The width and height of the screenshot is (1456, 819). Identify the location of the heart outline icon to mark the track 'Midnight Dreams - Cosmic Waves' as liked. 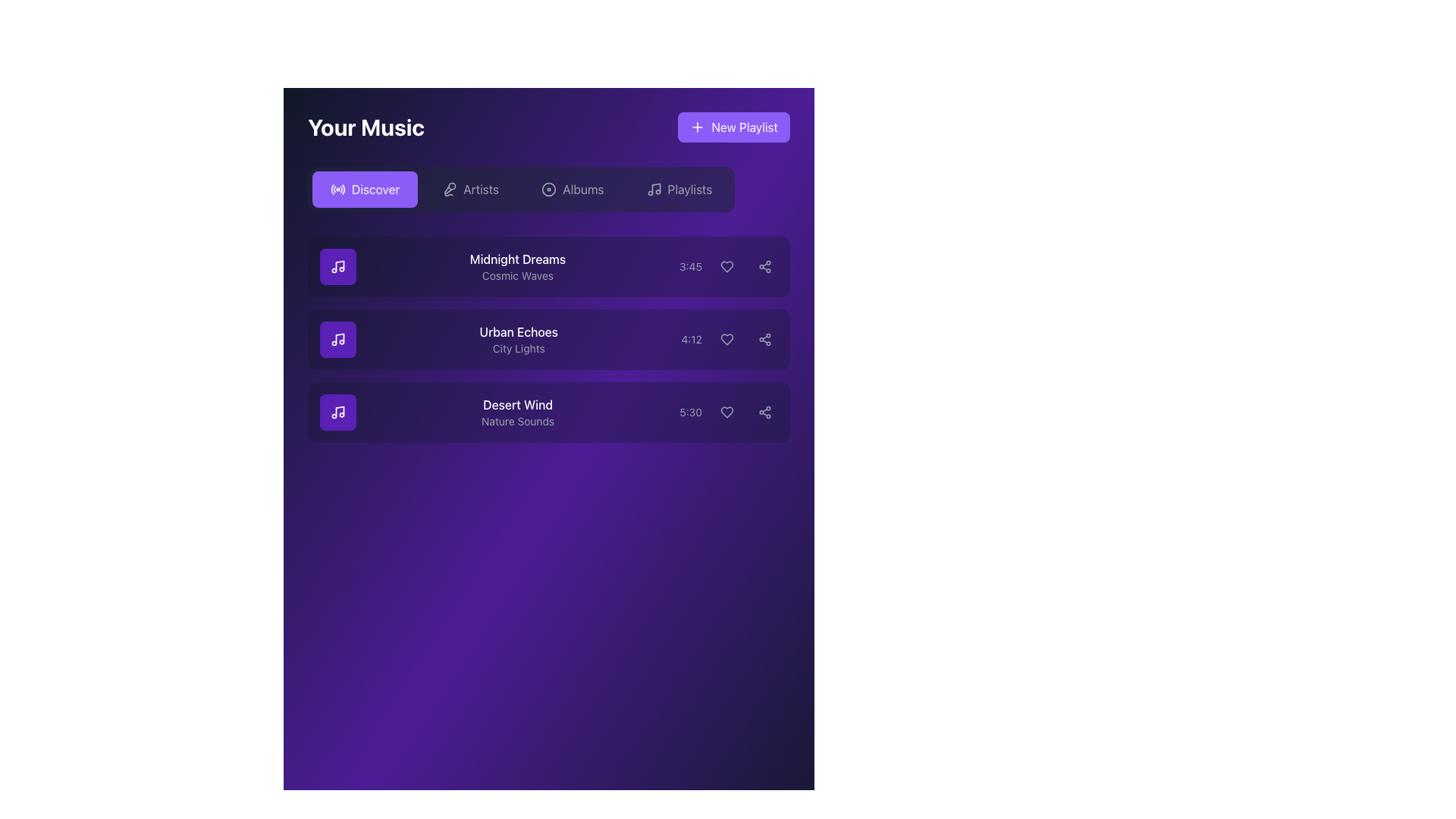
(726, 265).